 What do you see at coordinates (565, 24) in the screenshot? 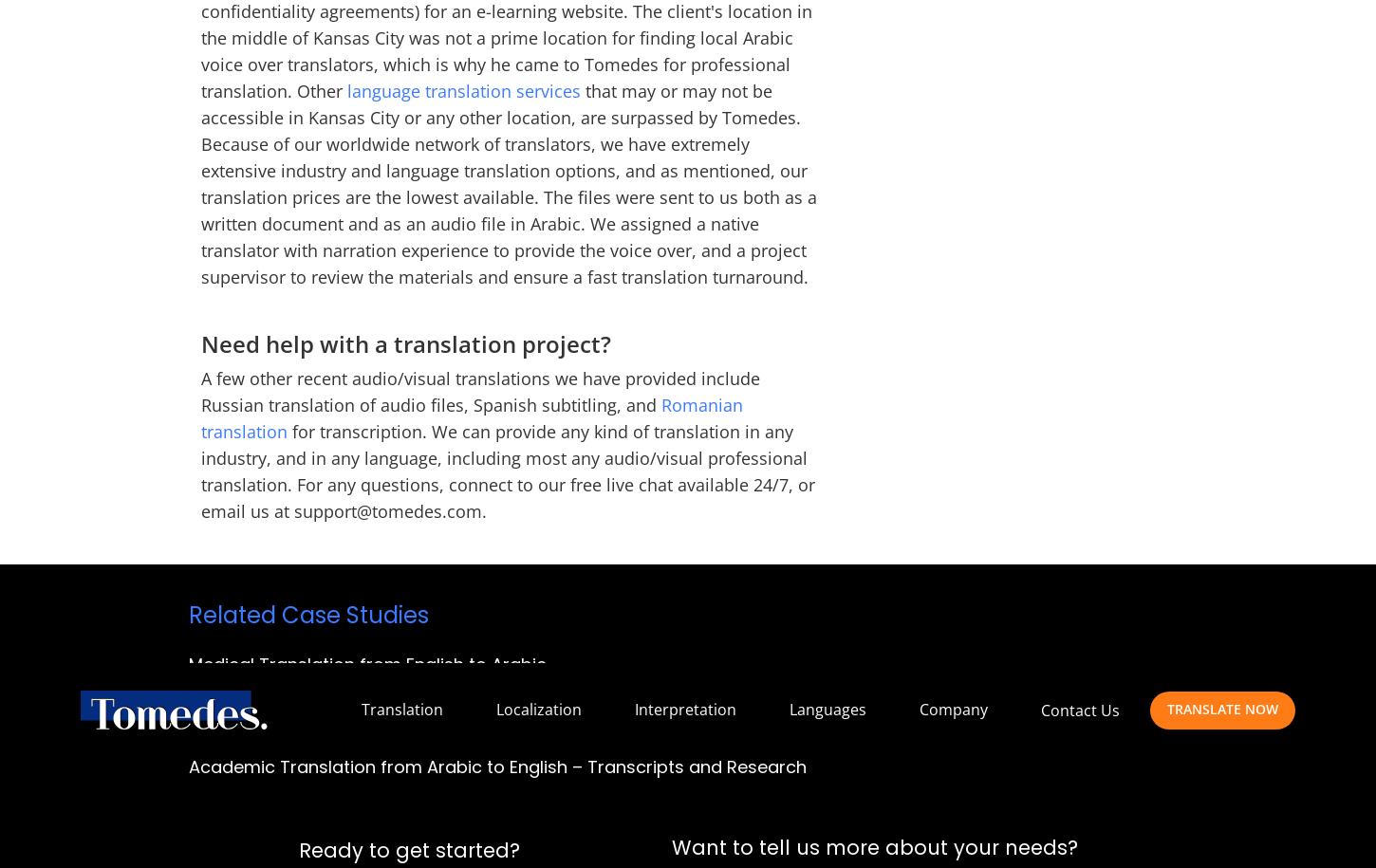
I see `'Gemini Dr #34540,'` at bounding box center [565, 24].